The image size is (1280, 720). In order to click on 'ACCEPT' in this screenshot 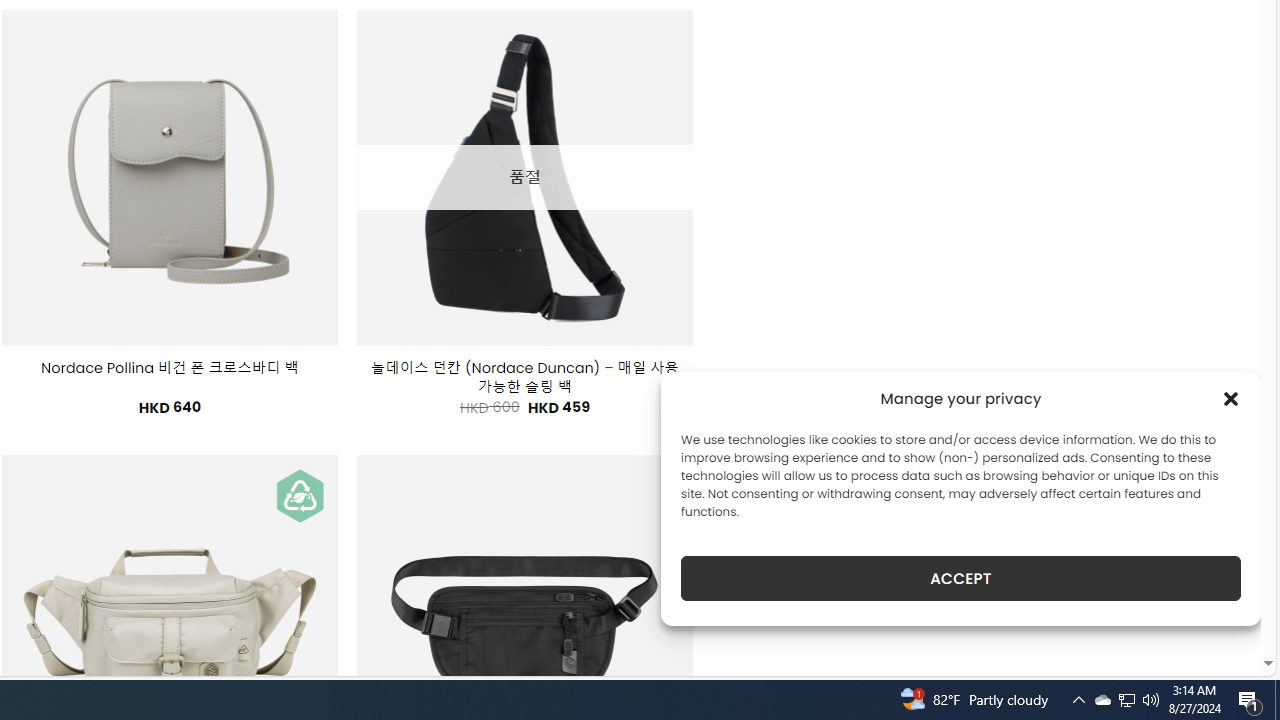, I will do `click(961, 578)`.